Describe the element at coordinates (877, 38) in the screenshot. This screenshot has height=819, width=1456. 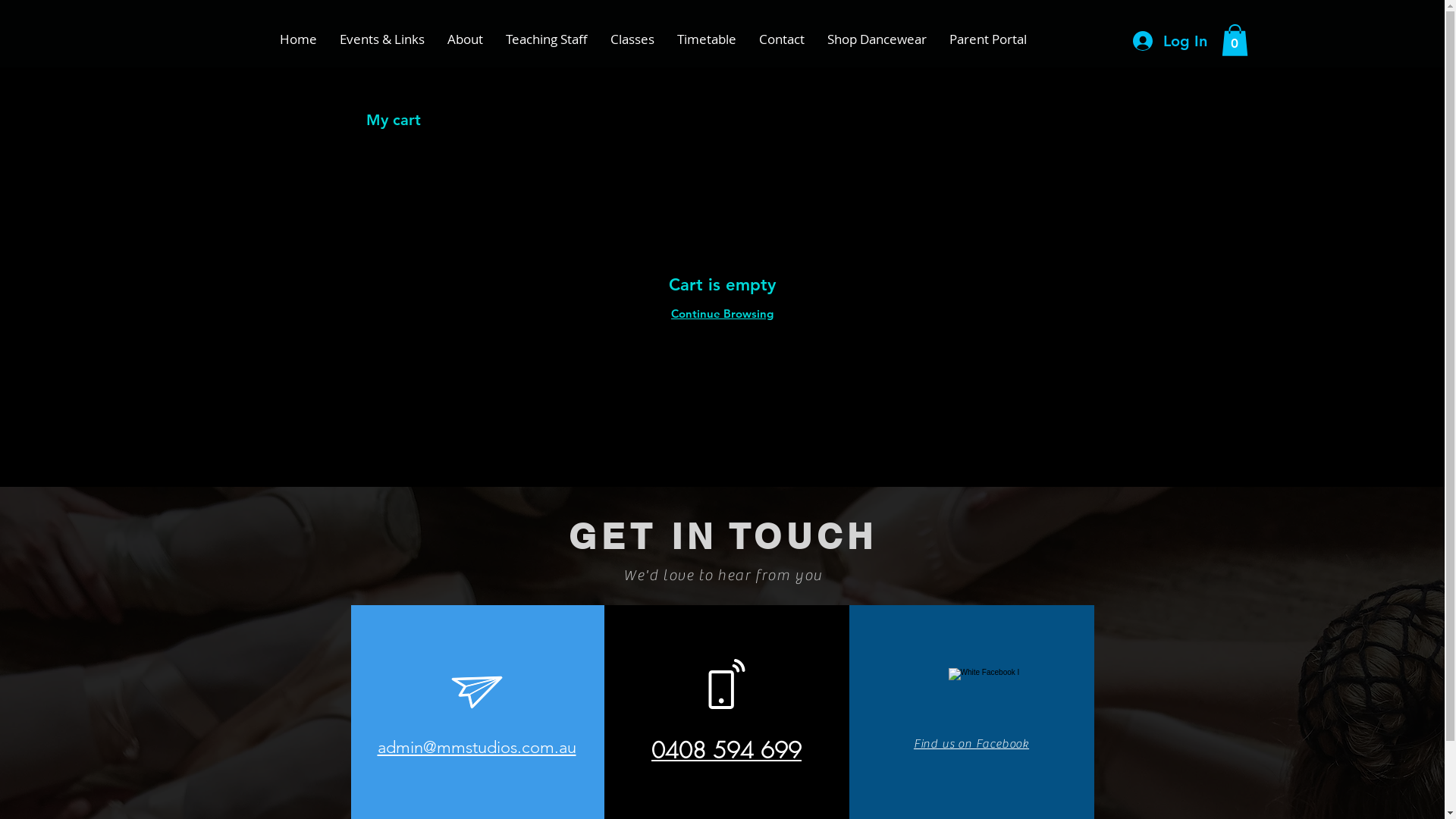
I see `'Shop Dancewear'` at that location.